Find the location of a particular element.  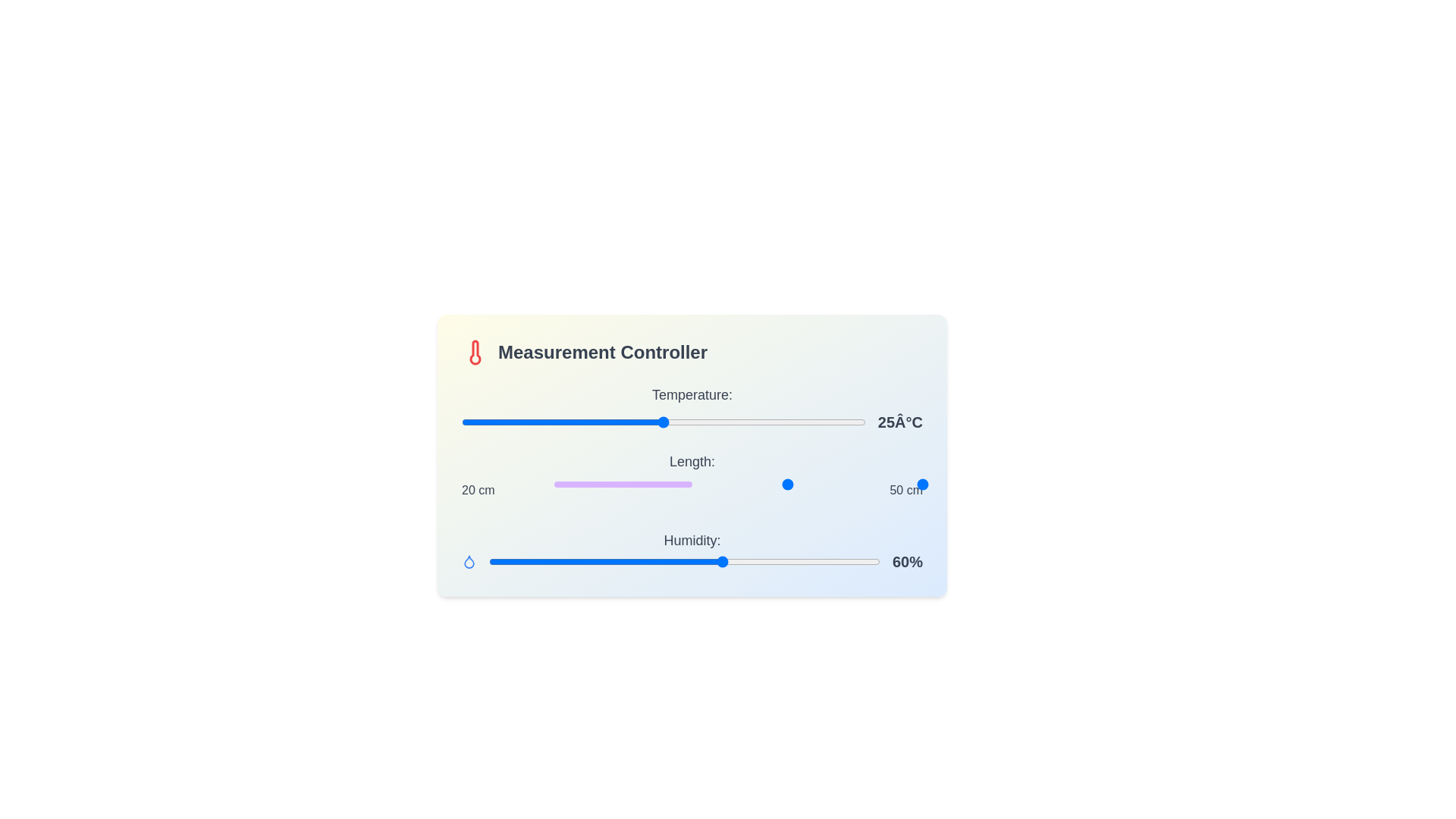

the temperature is located at coordinates (494, 422).